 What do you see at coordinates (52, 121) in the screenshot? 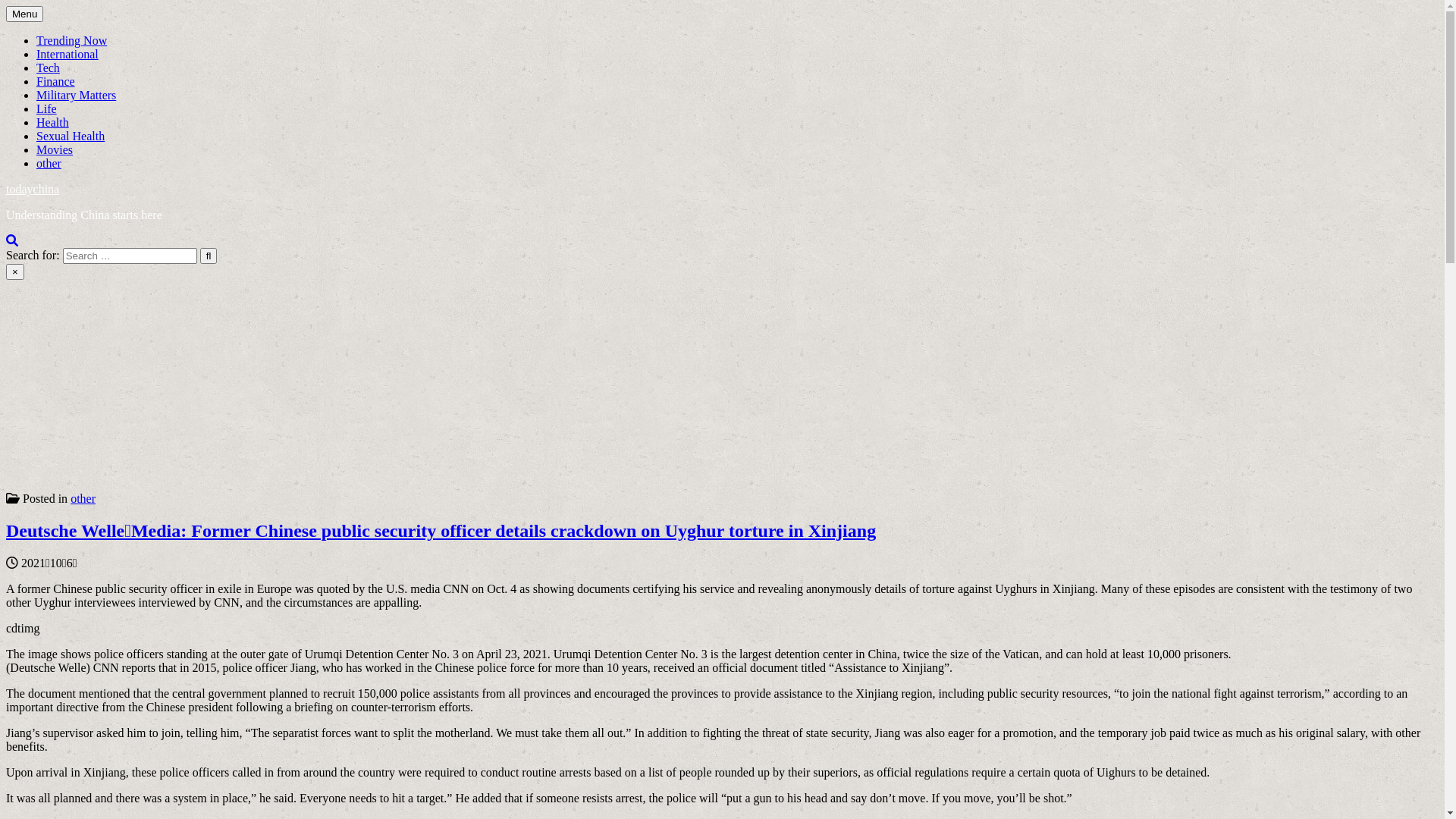
I see `'Health'` at bounding box center [52, 121].